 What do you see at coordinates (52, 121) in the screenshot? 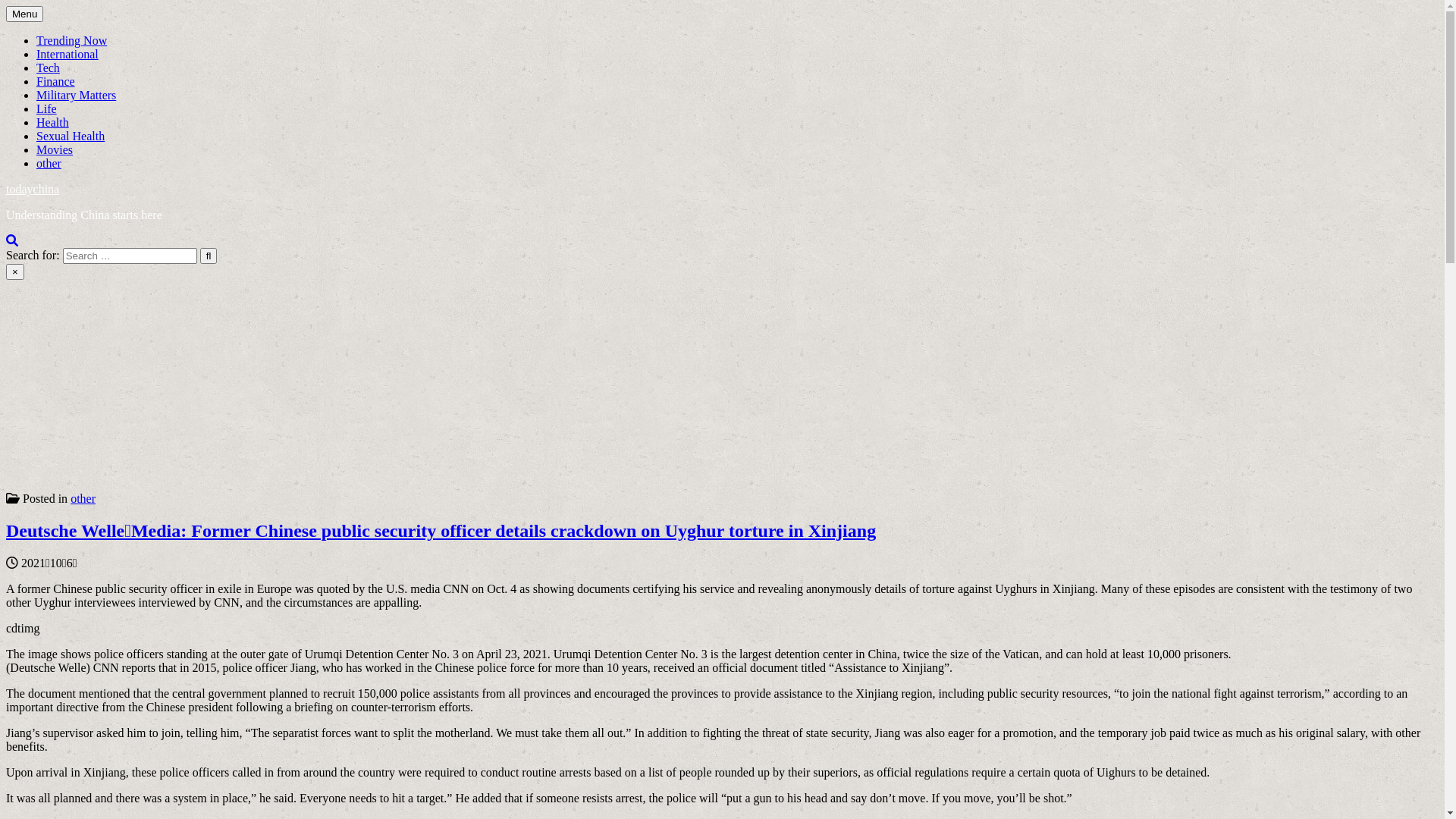
I see `'Health'` at bounding box center [52, 121].